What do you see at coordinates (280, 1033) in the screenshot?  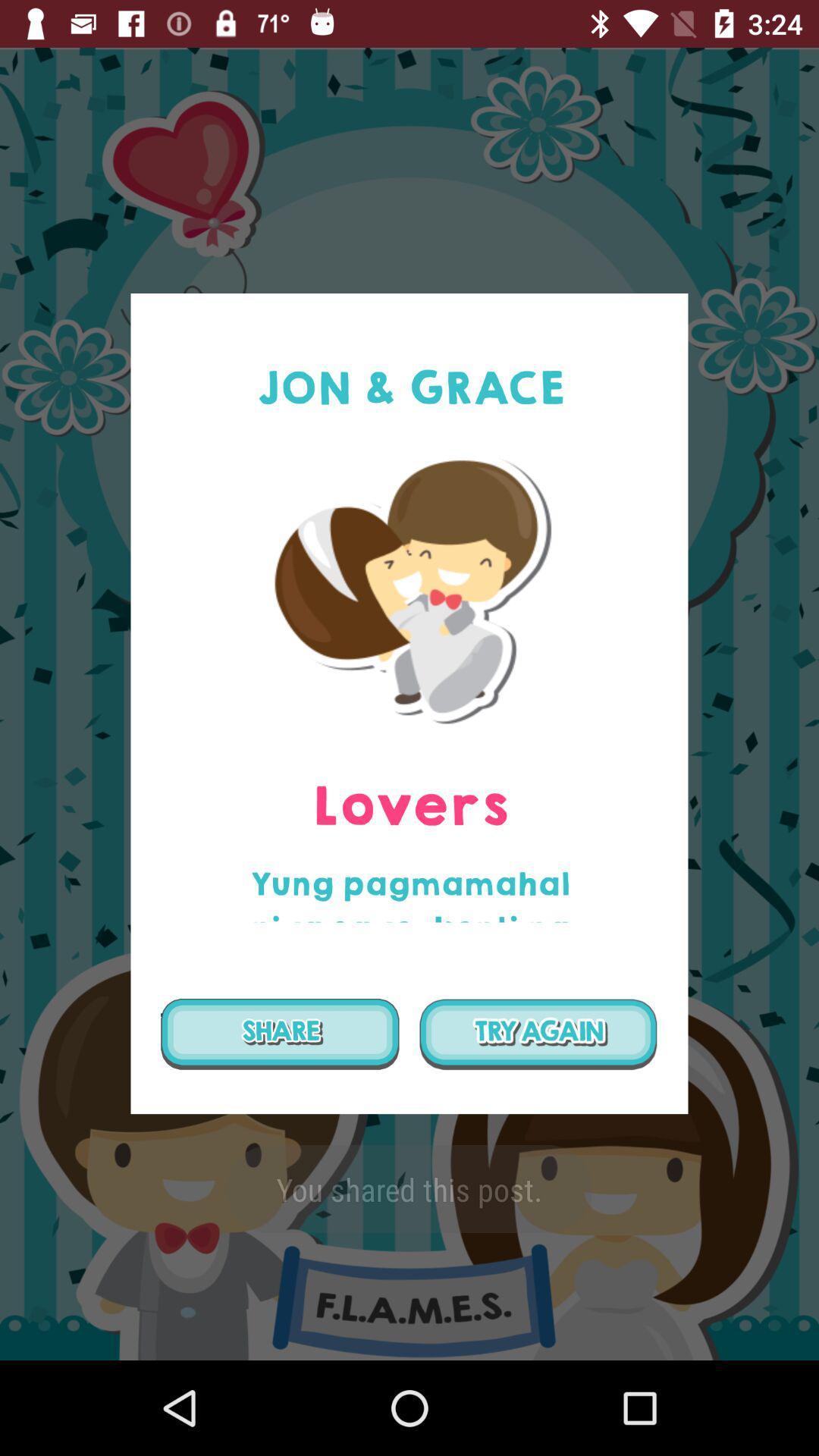 I see `share option` at bounding box center [280, 1033].